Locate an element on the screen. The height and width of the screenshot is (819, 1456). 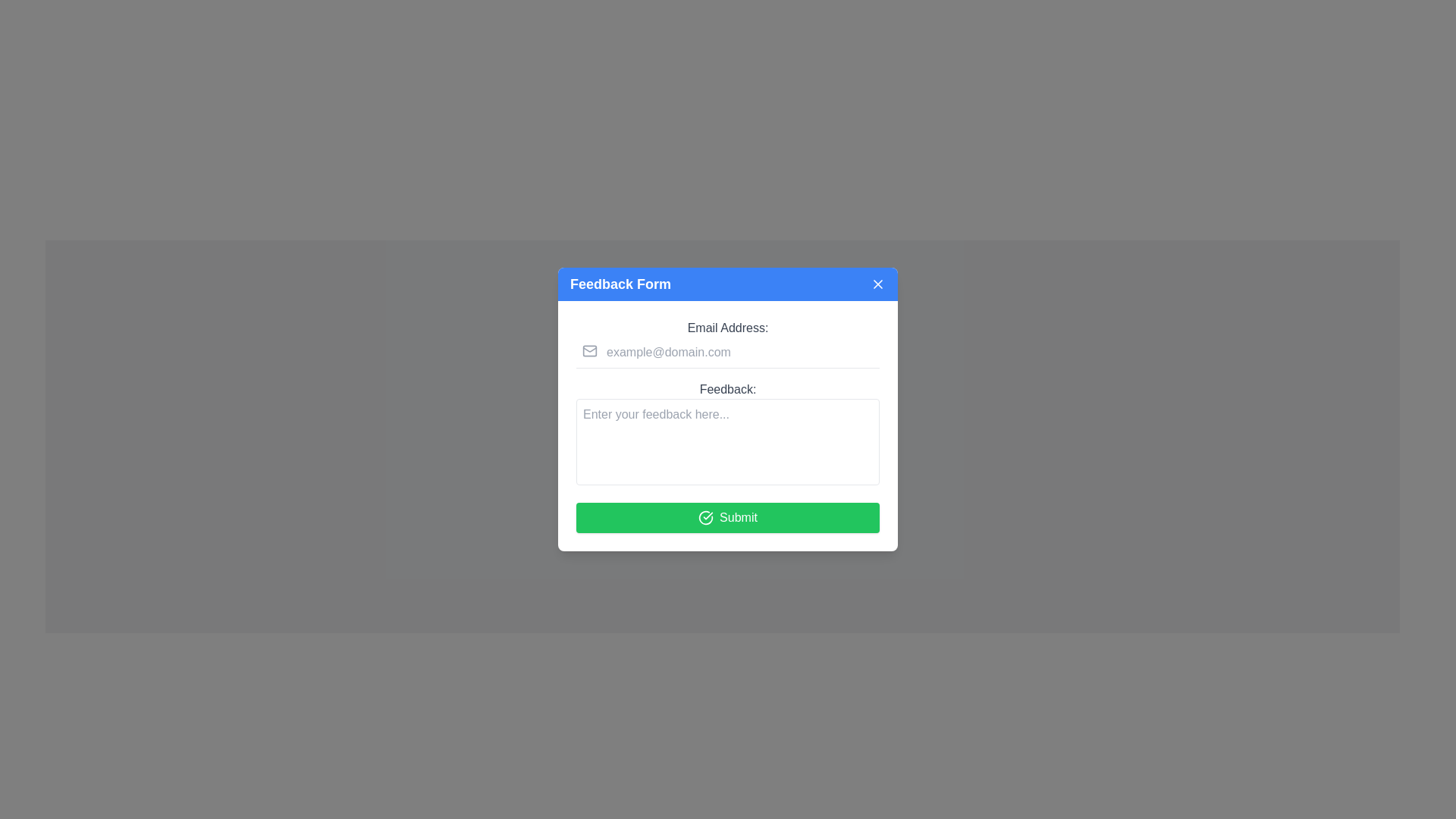
the green rectangular 'Submit' button with a white checkmark icon is located at coordinates (728, 516).